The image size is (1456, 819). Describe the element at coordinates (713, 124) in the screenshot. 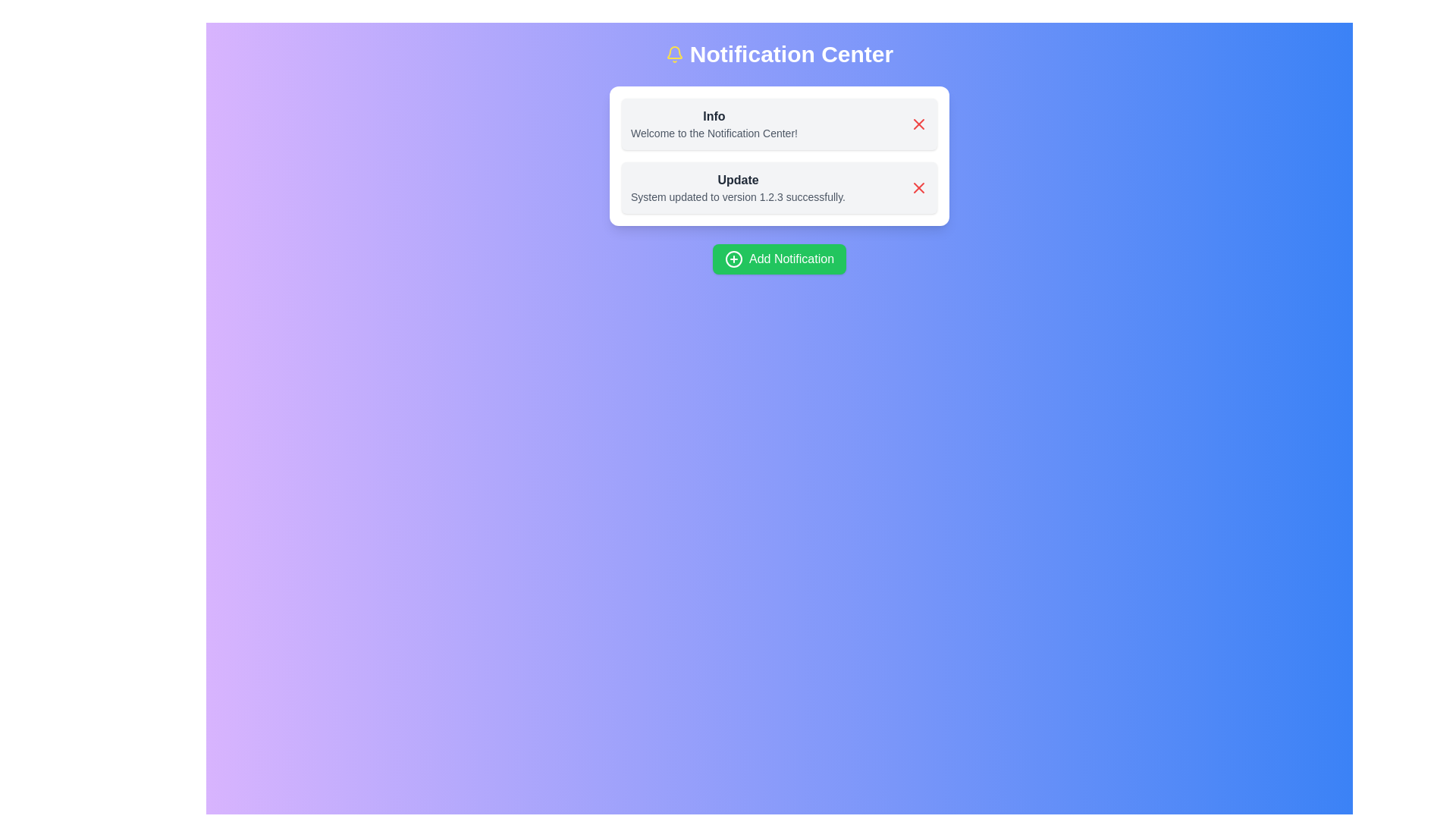

I see `the informational label titled 'Info' with the description 'Welcome to the Notification Center!' located in the upper part of the interface` at that location.